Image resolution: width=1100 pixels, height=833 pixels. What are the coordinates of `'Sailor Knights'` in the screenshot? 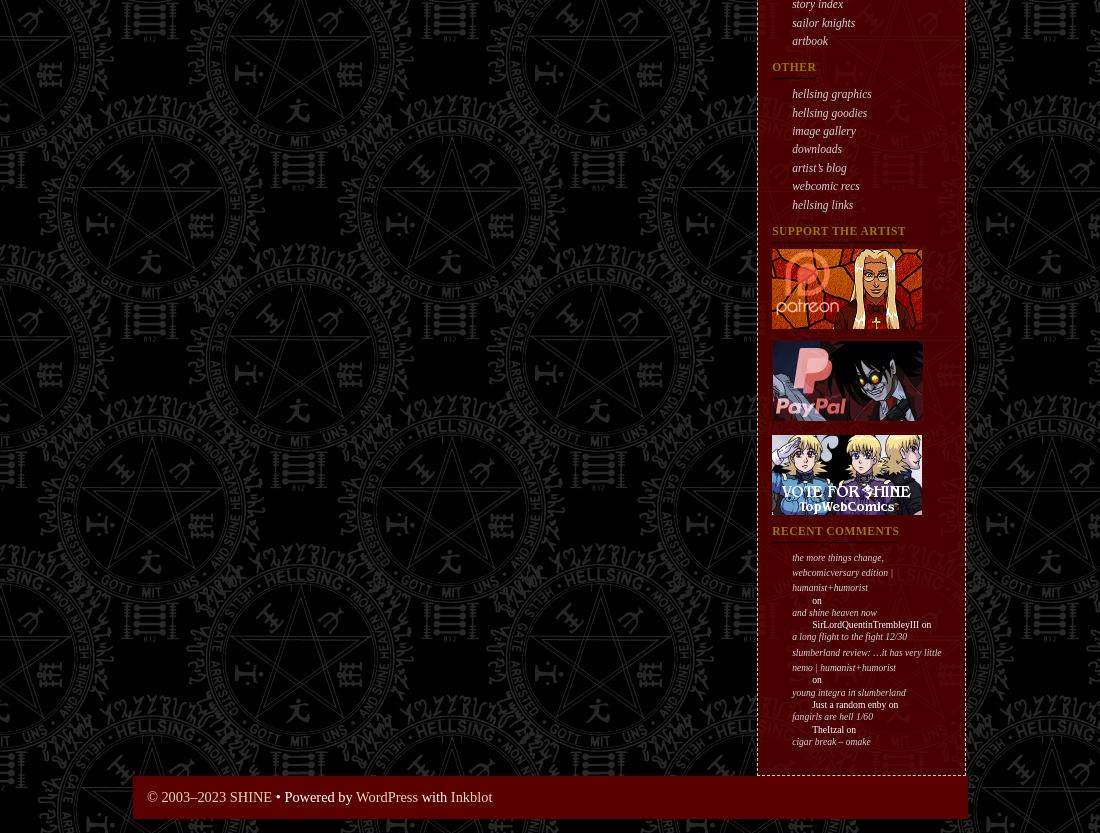 It's located at (823, 21).